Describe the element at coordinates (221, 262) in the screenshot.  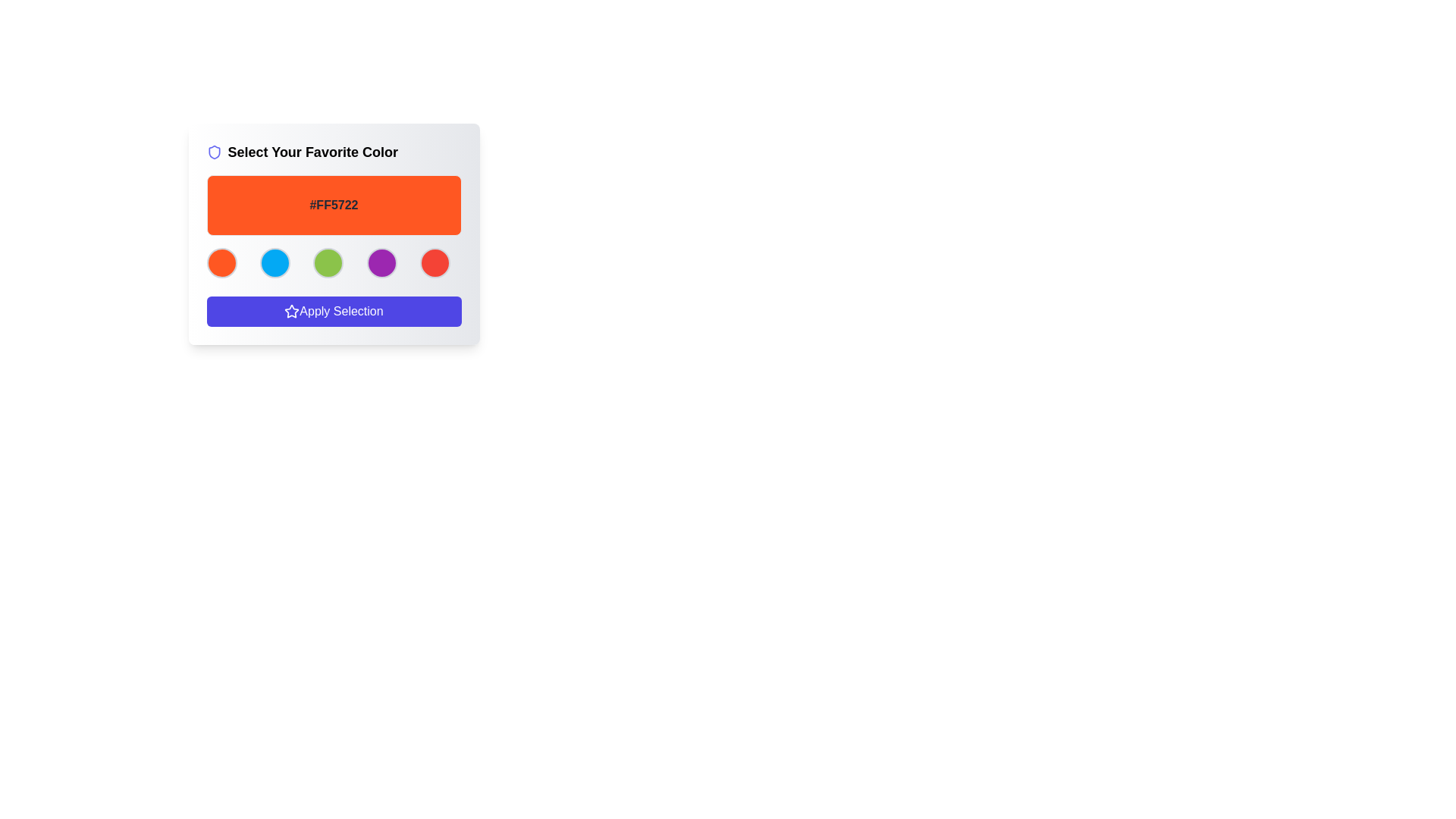
I see `the leftmost circular button for selecting the orange color option` at that location.